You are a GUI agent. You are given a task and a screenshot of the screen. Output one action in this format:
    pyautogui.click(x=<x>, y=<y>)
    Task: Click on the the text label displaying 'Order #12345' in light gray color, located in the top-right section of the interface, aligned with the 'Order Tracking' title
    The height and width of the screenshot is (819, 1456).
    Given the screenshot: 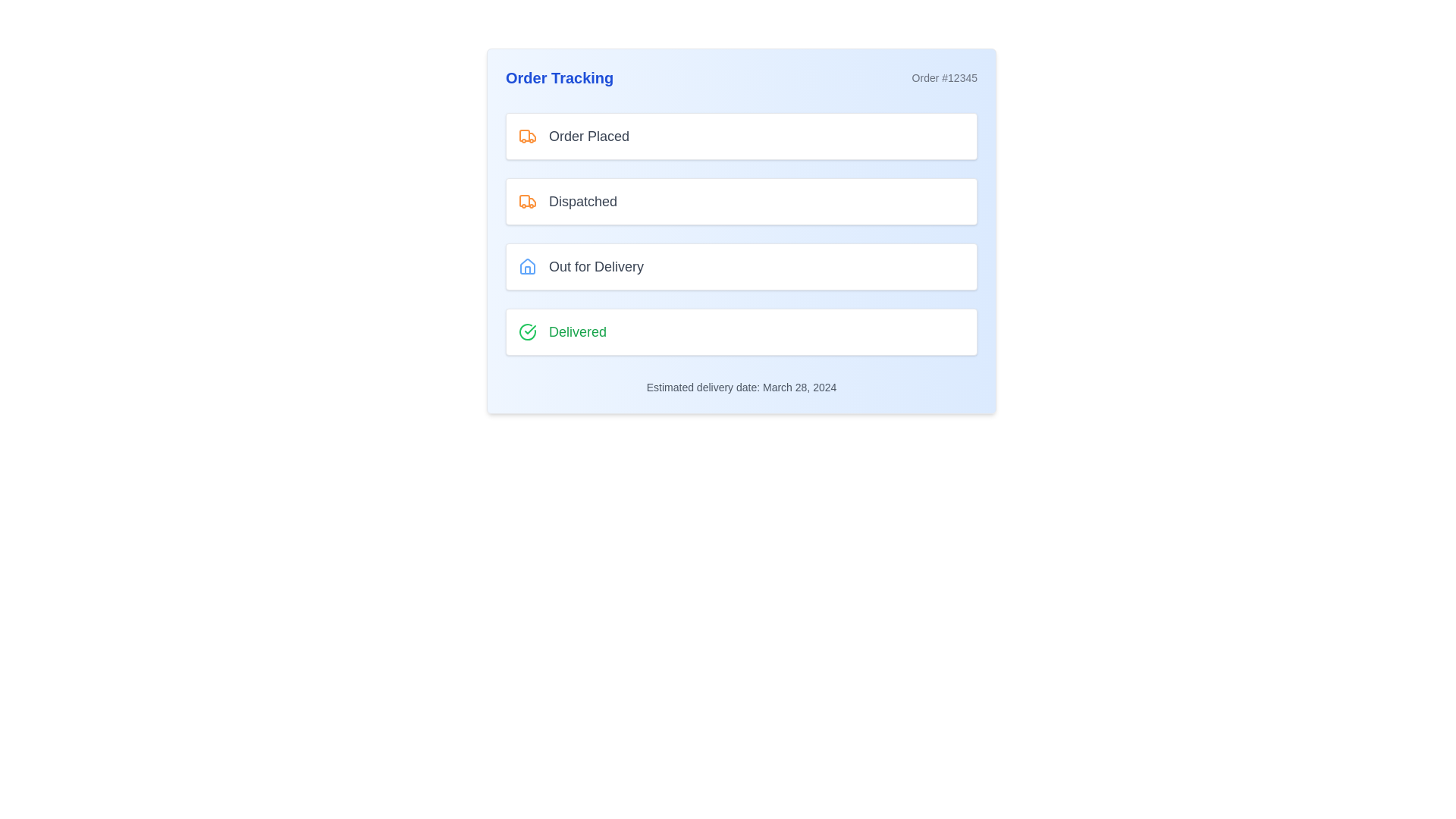 What is the action you would take?
    pyautogui.click(x=943, y=78)
    